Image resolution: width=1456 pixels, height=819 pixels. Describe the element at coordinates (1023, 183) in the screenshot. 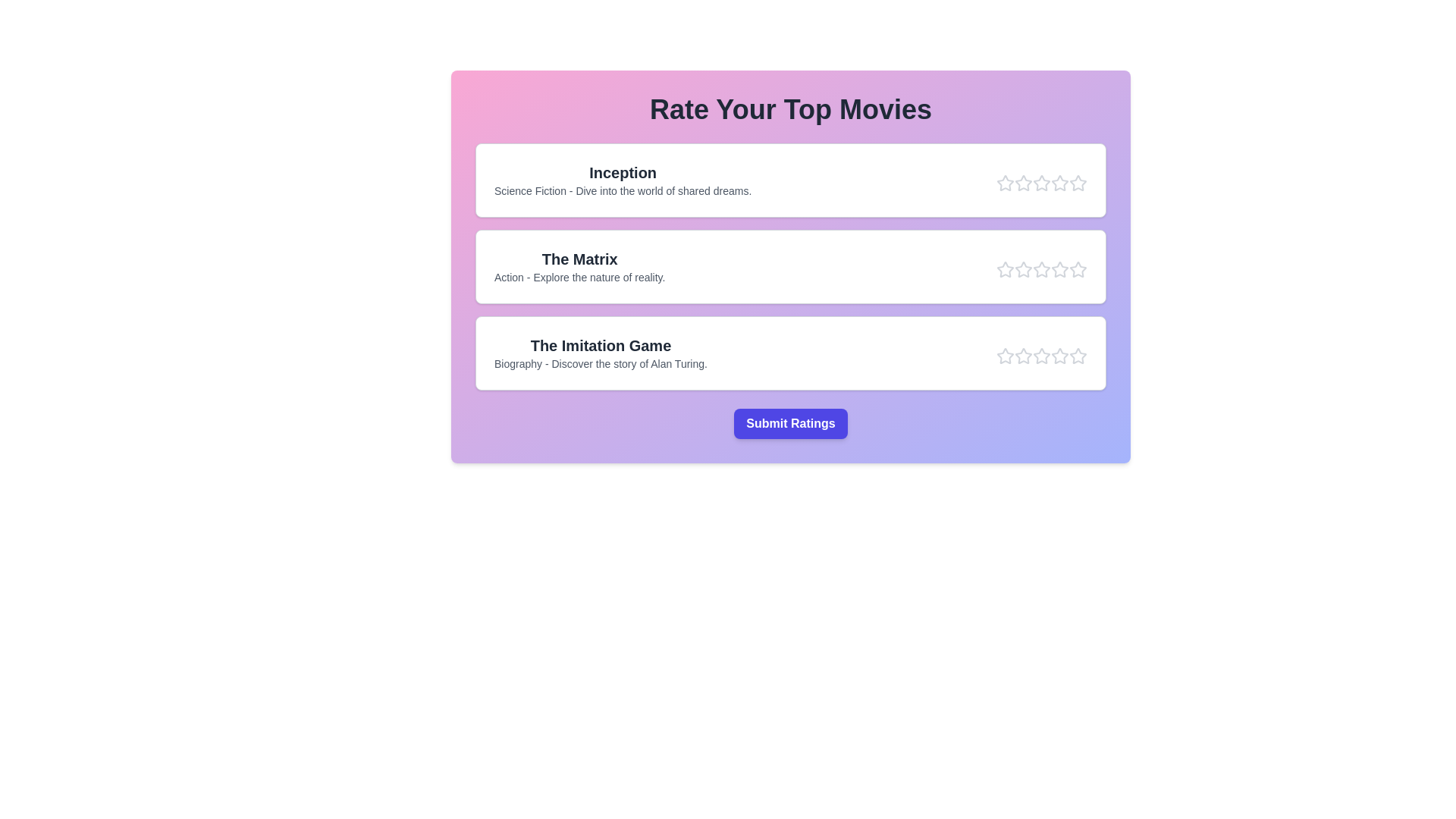

I see `the star corresponding to the rating 2 for the movie Inception` at that location.